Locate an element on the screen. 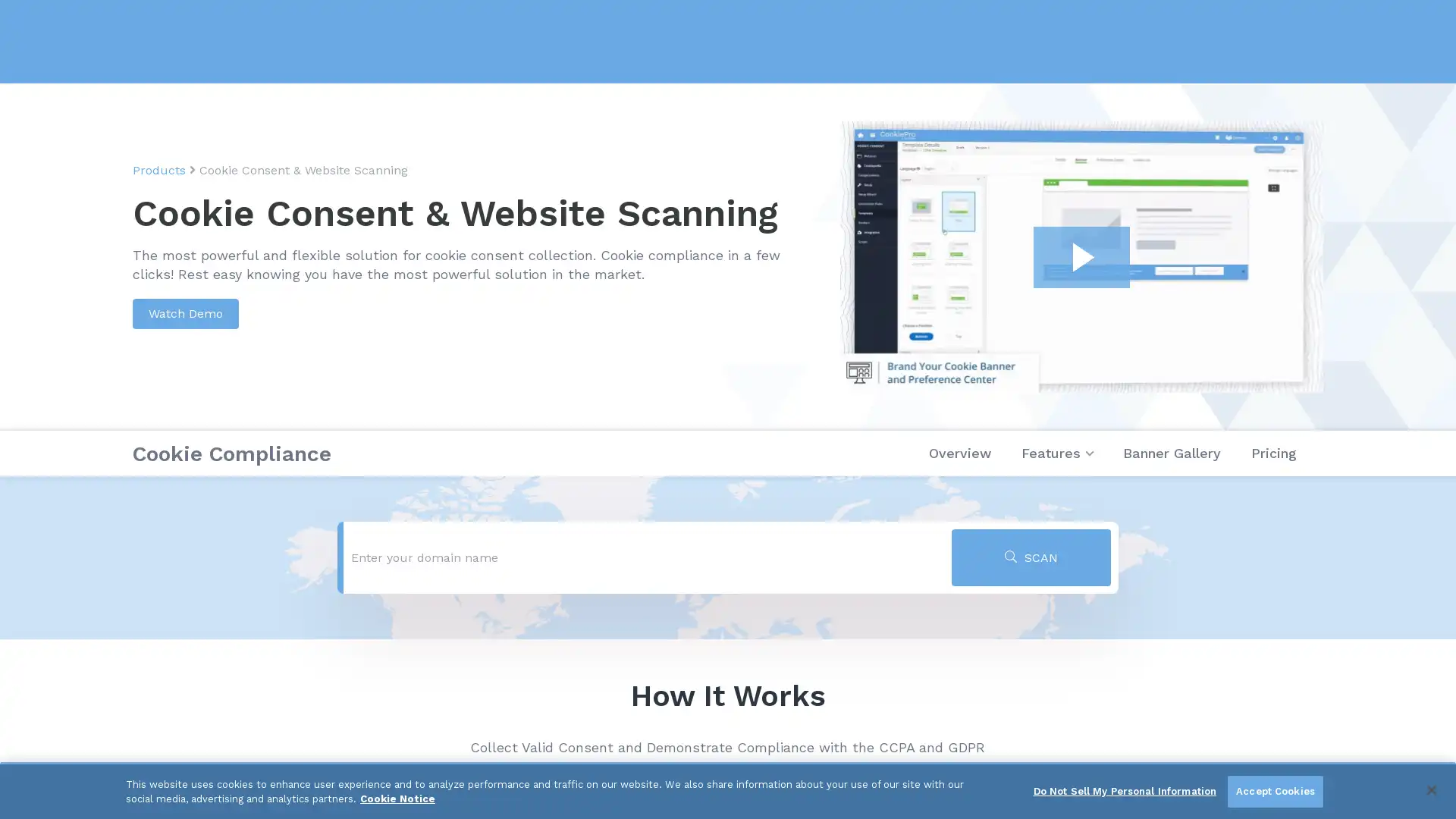 This screenshot has width=1456, height=819. USCAN is located at coordinates (1031, 557).